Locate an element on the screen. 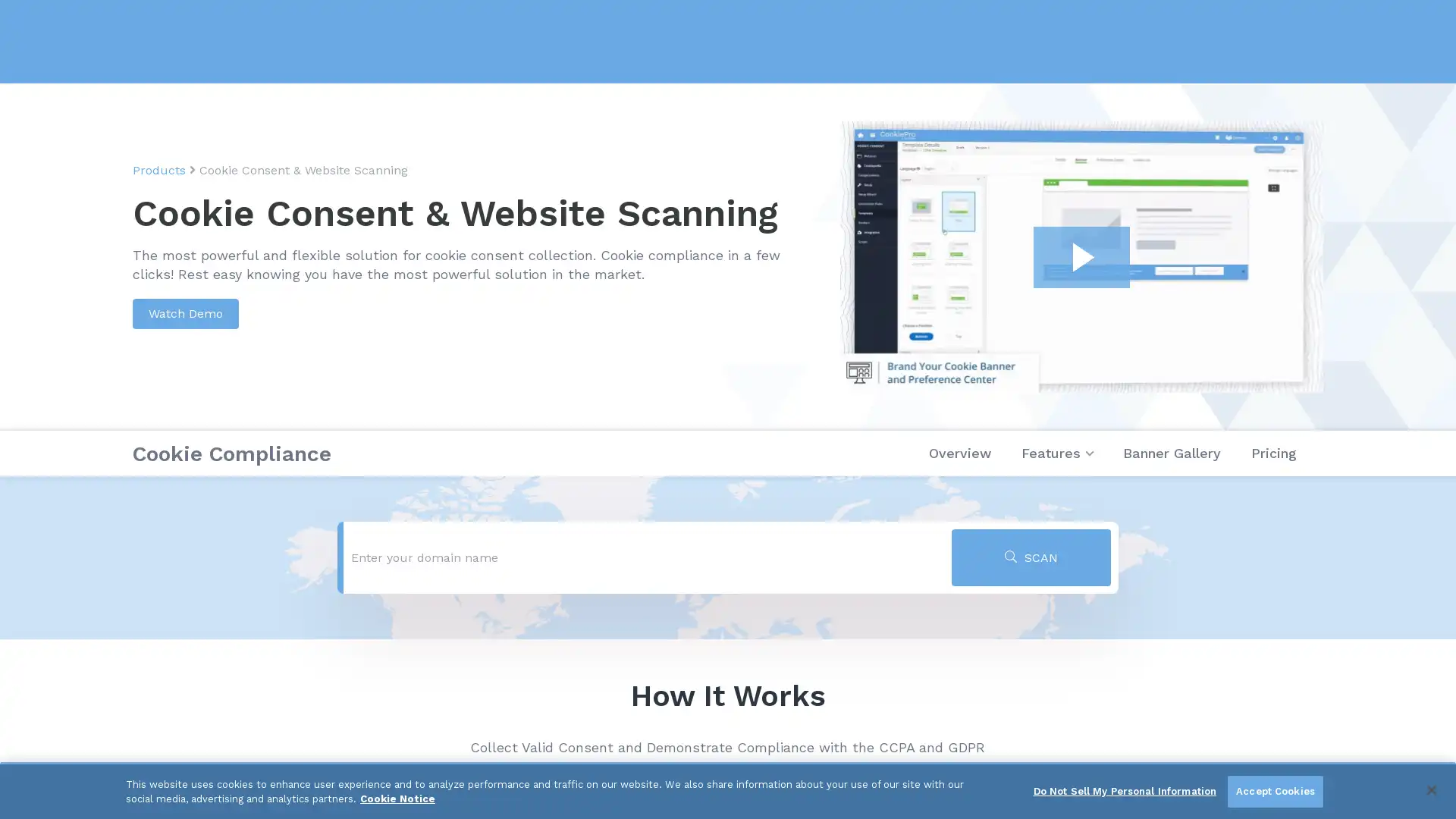 This screenshot has width=1456, height=819. USCAN is located at coordinates (1031, 557).